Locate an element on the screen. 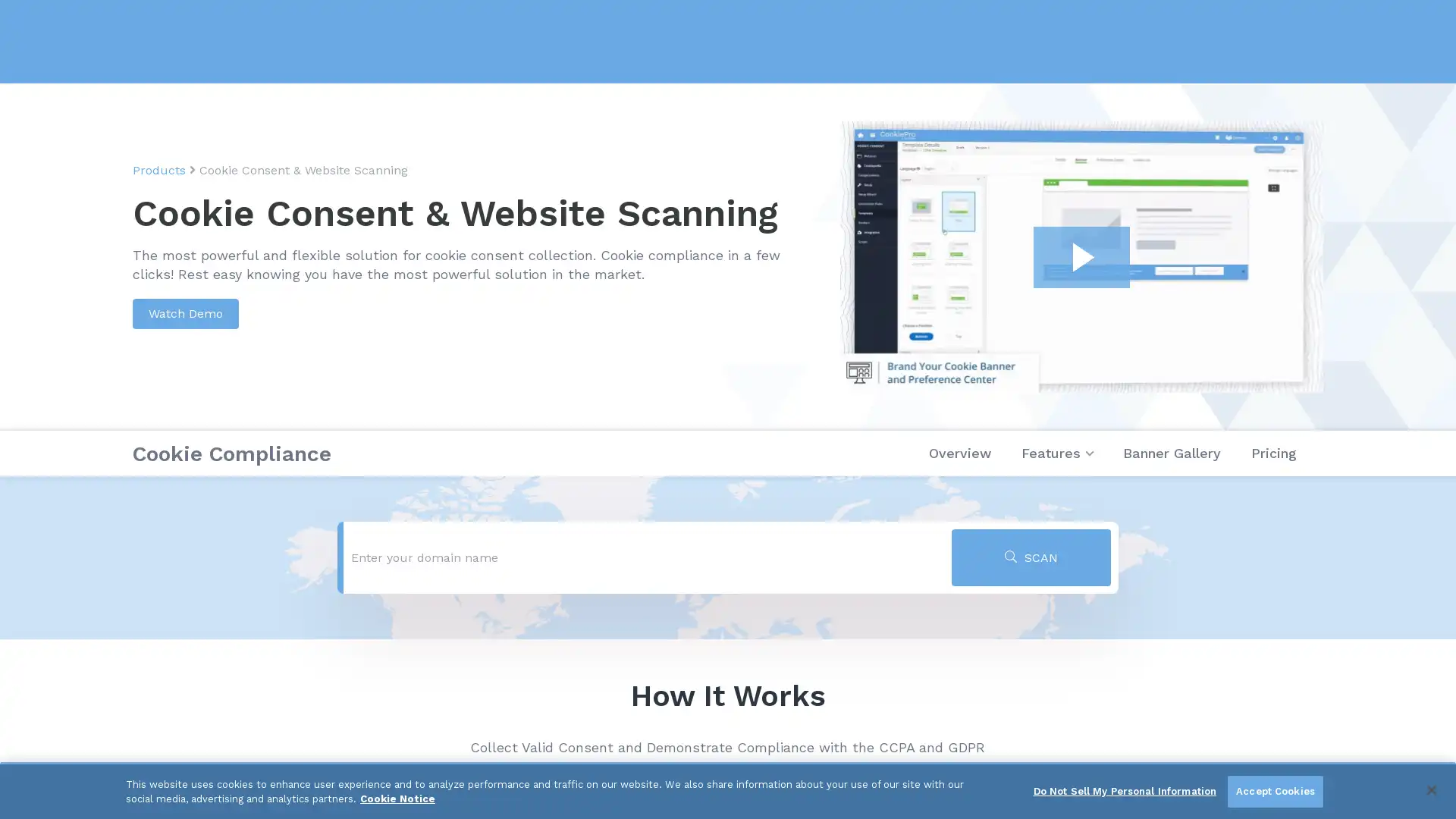 This screenshot has width=1456, height=819. USCAN is located at coordinates (1031, 557).